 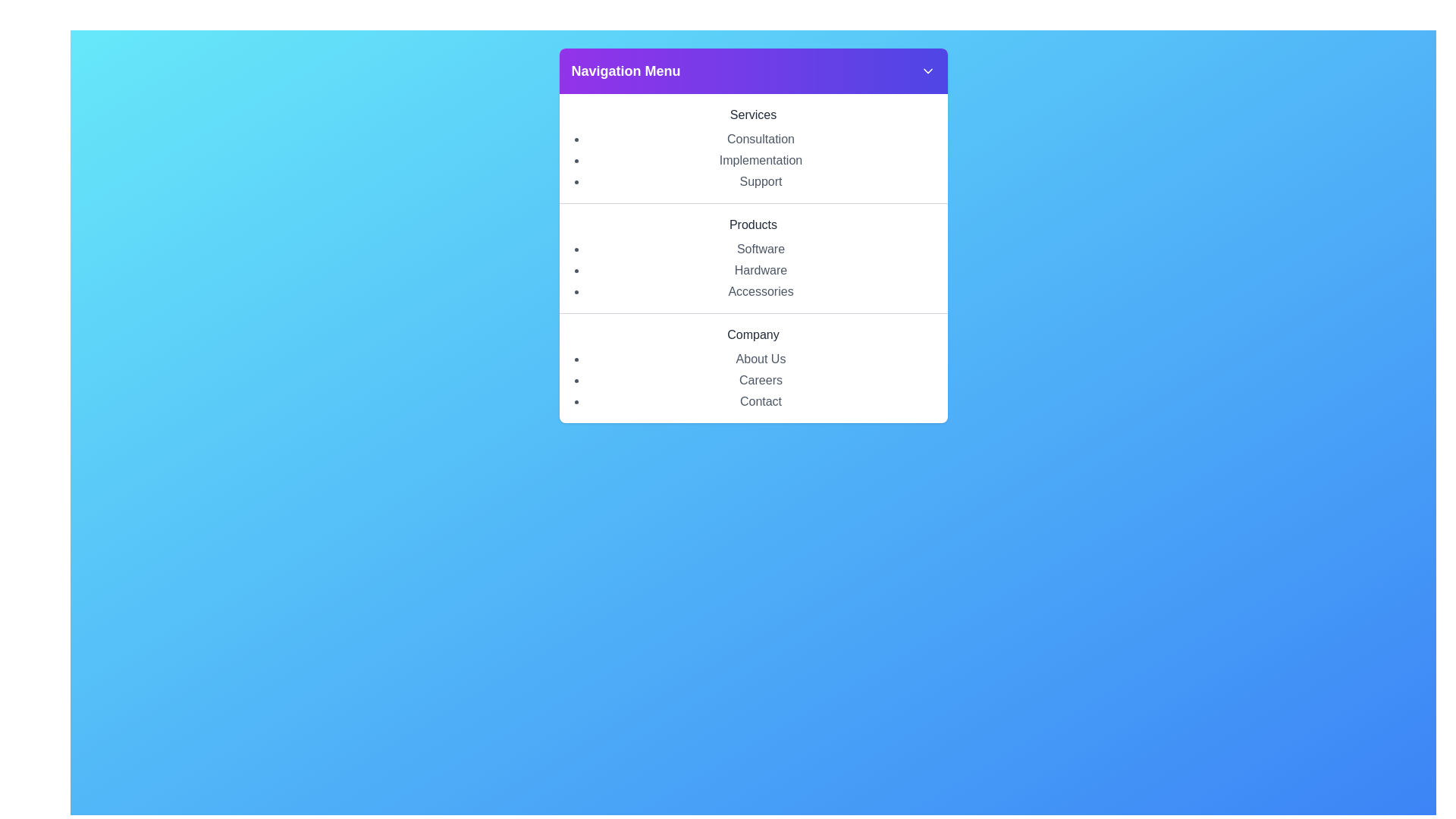 What do you see at coordinates (761, 180) in the screenshot?
I see `the menu option Support within the category Services` at bounding box center [761, 180].